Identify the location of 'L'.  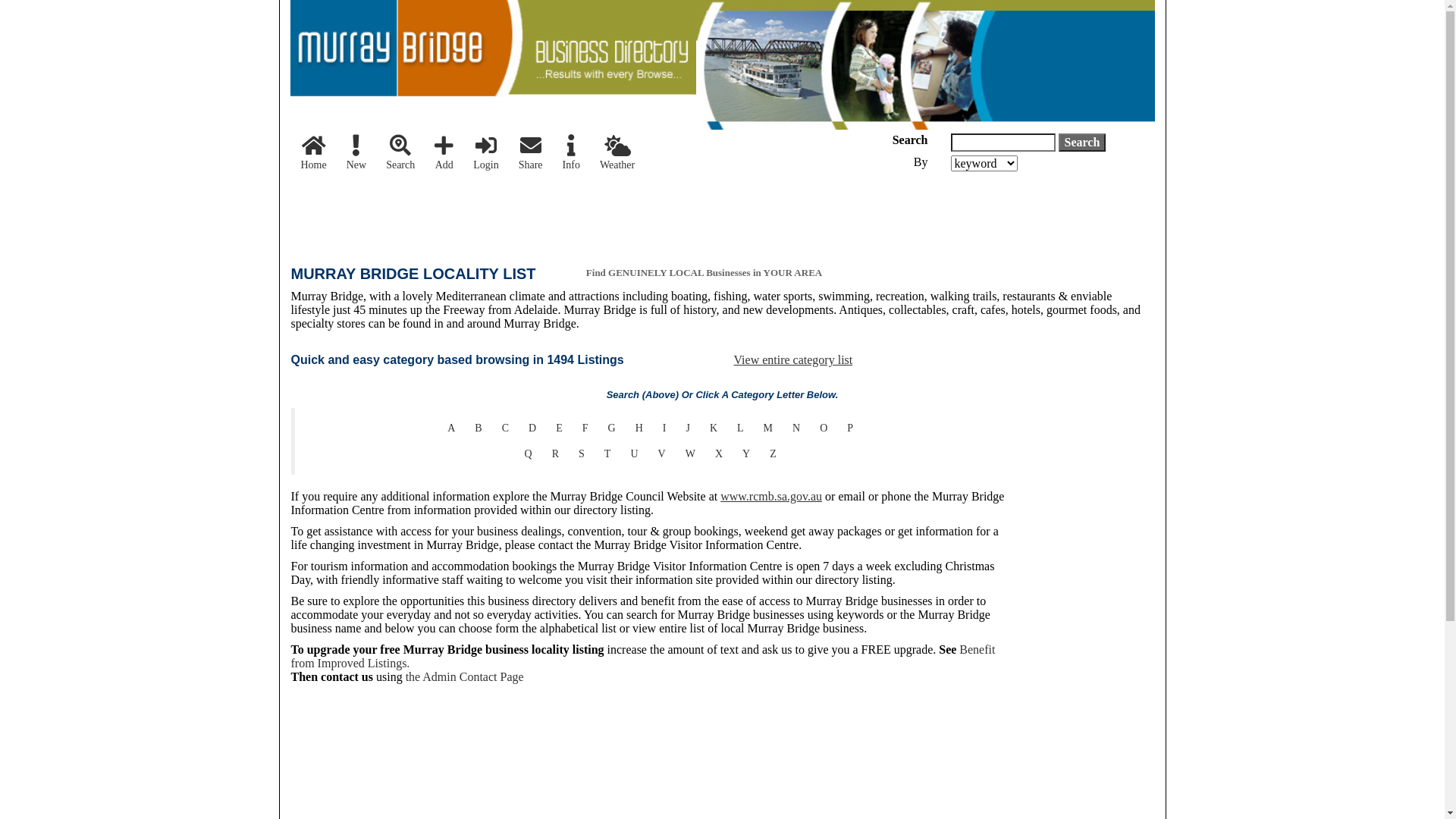
(740, 428).